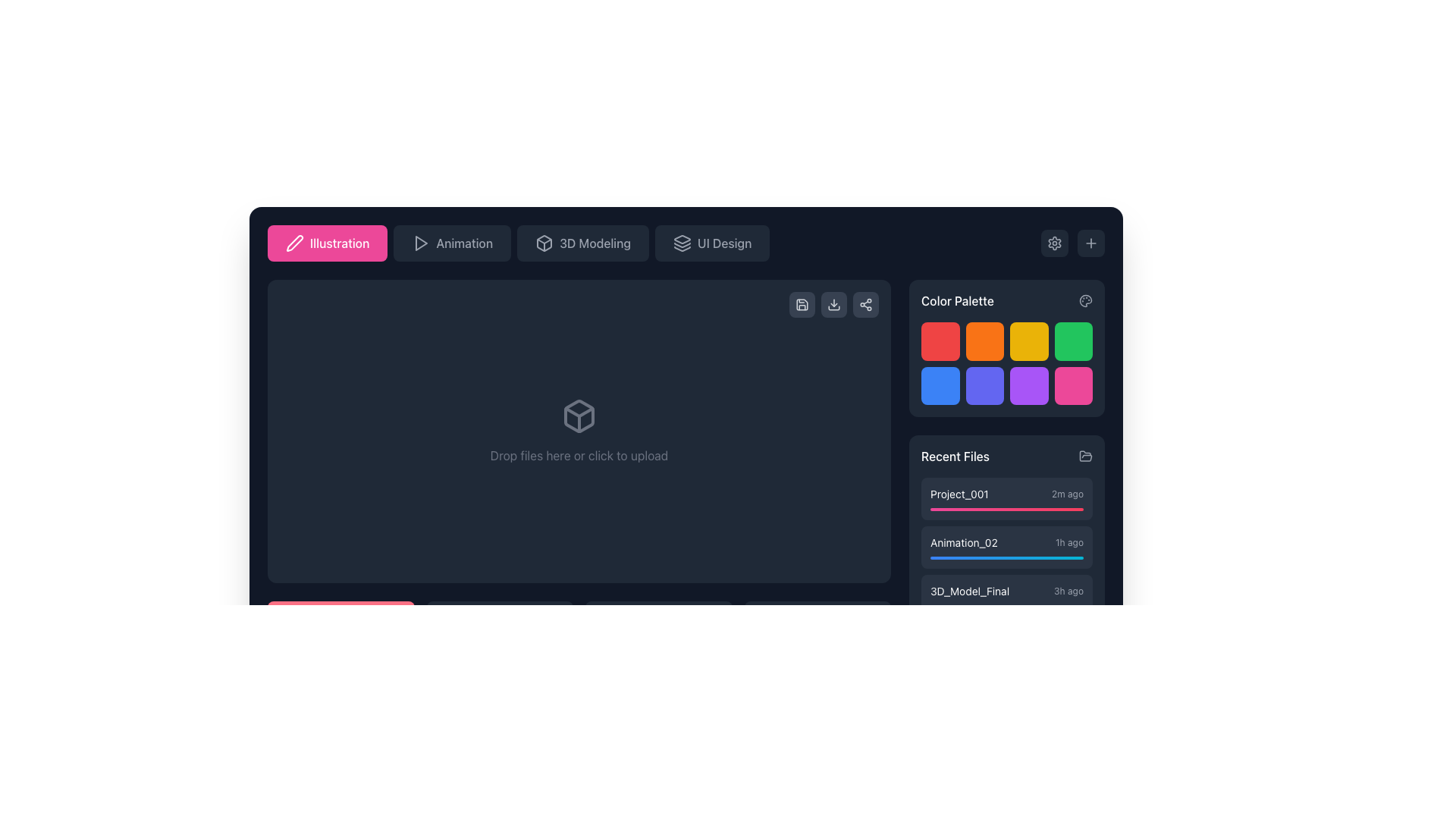 Image resolution: width=1456 pixels, height=819 pixels. I want to click on the seventh square with a purple background in the 'Color Palette' section, so click(1029, 384).